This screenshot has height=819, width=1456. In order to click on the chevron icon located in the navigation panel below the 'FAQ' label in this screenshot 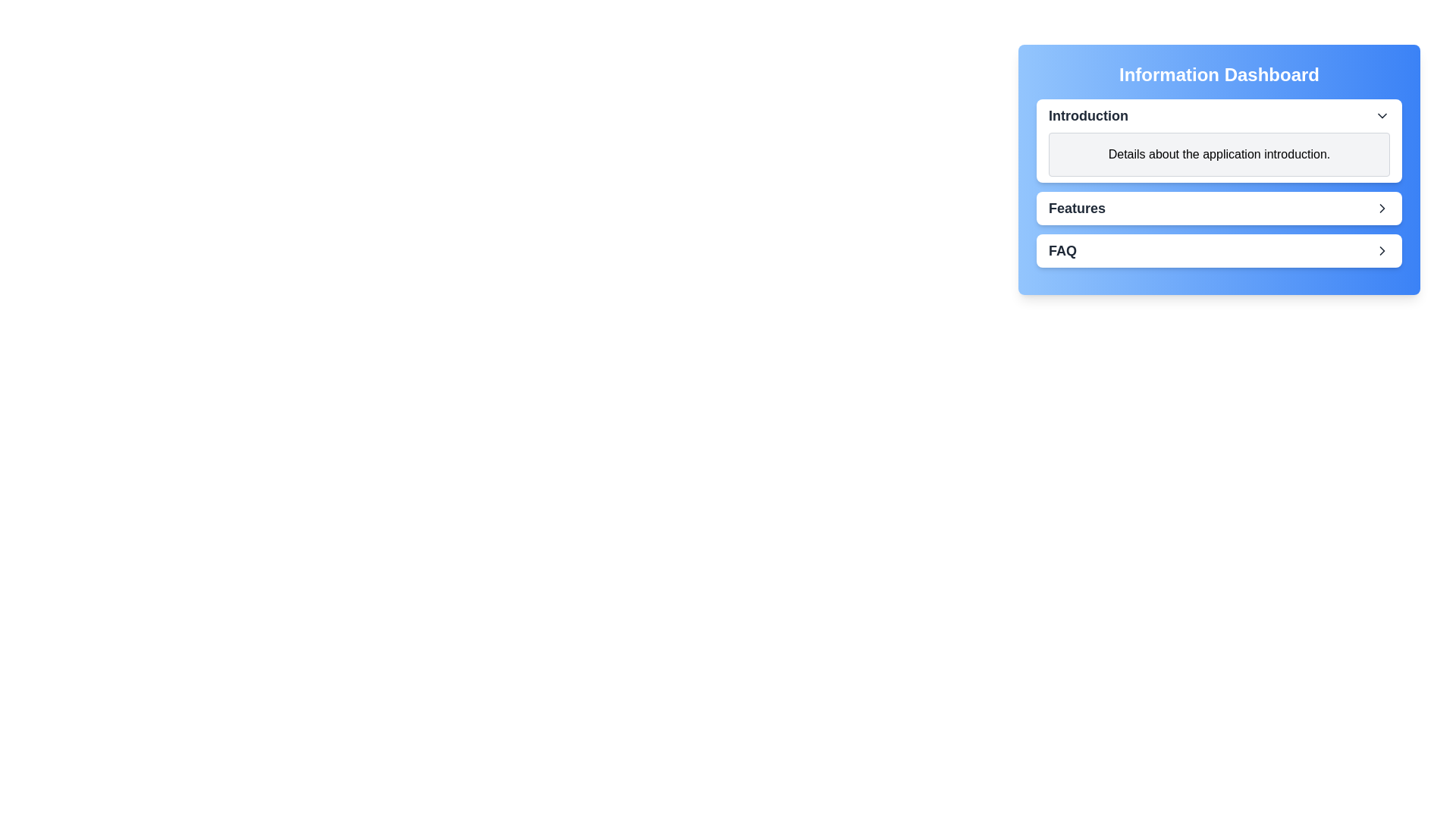, I will do `click(1382, 250)`.